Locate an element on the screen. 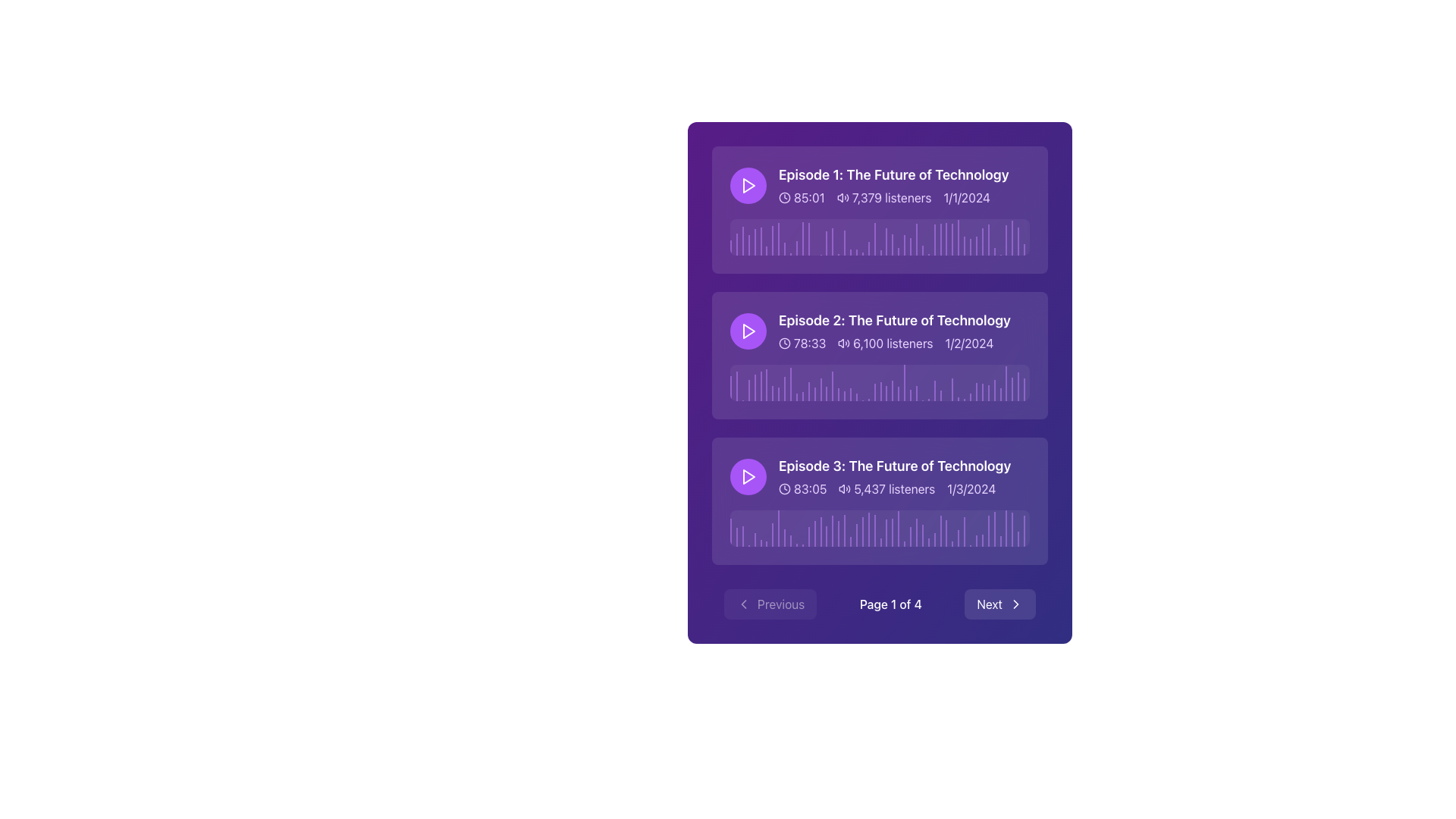 Image resolution: width=1456 pixels, height=819 pixels. the Progress Indicator, a small vertical rectangle with a purple hue and slight transparency, marking a specific part of the waveform under 'Episode 1: The Future of Technology' is located at coordinates (934, 239).